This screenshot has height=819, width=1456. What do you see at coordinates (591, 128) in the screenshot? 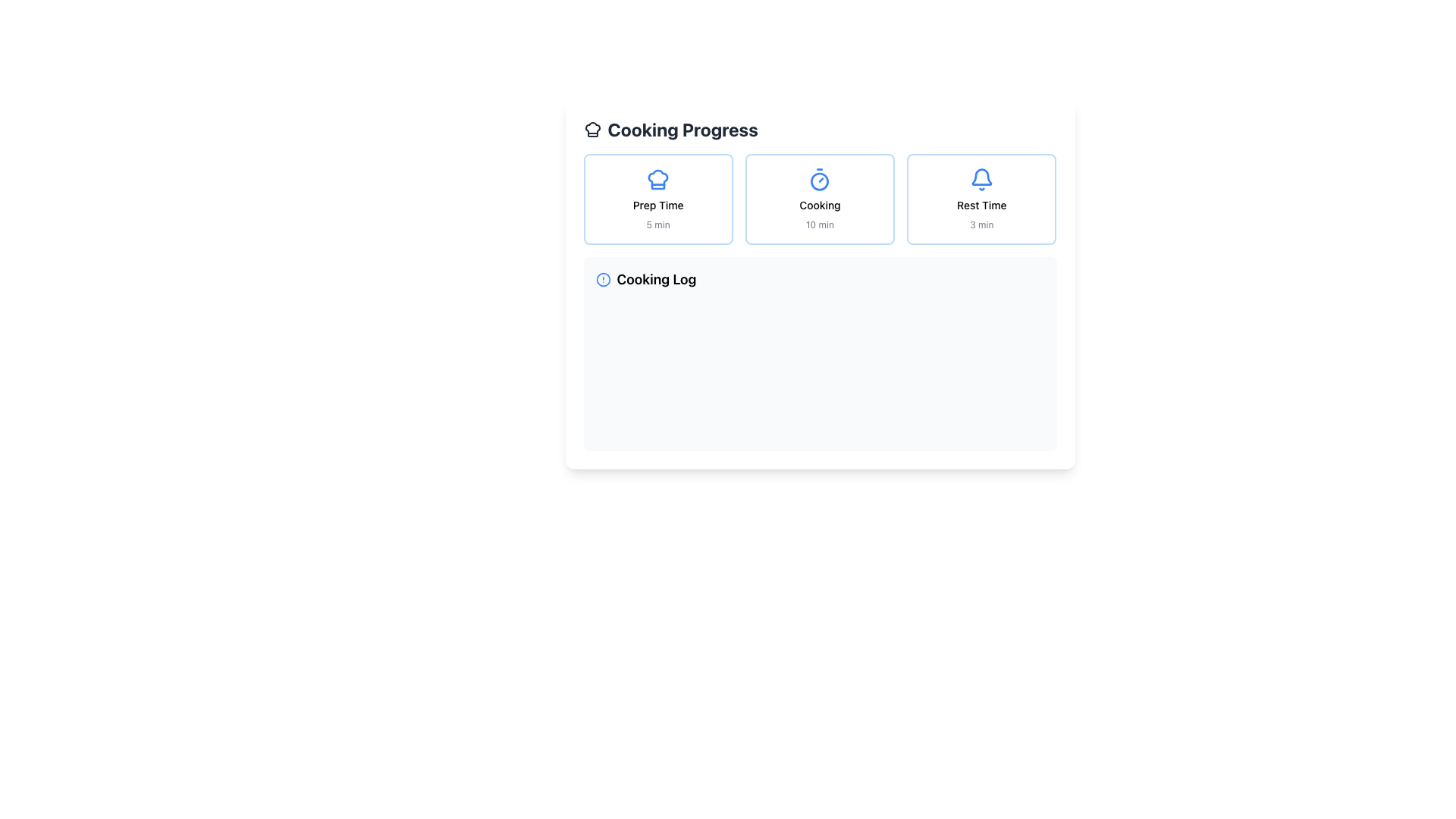
I see `the minimalist dark-colored chef's hat icon in the 'Cooking Progress' section, which serves as a visual indicator for related information` at bounding box center [591, 128].